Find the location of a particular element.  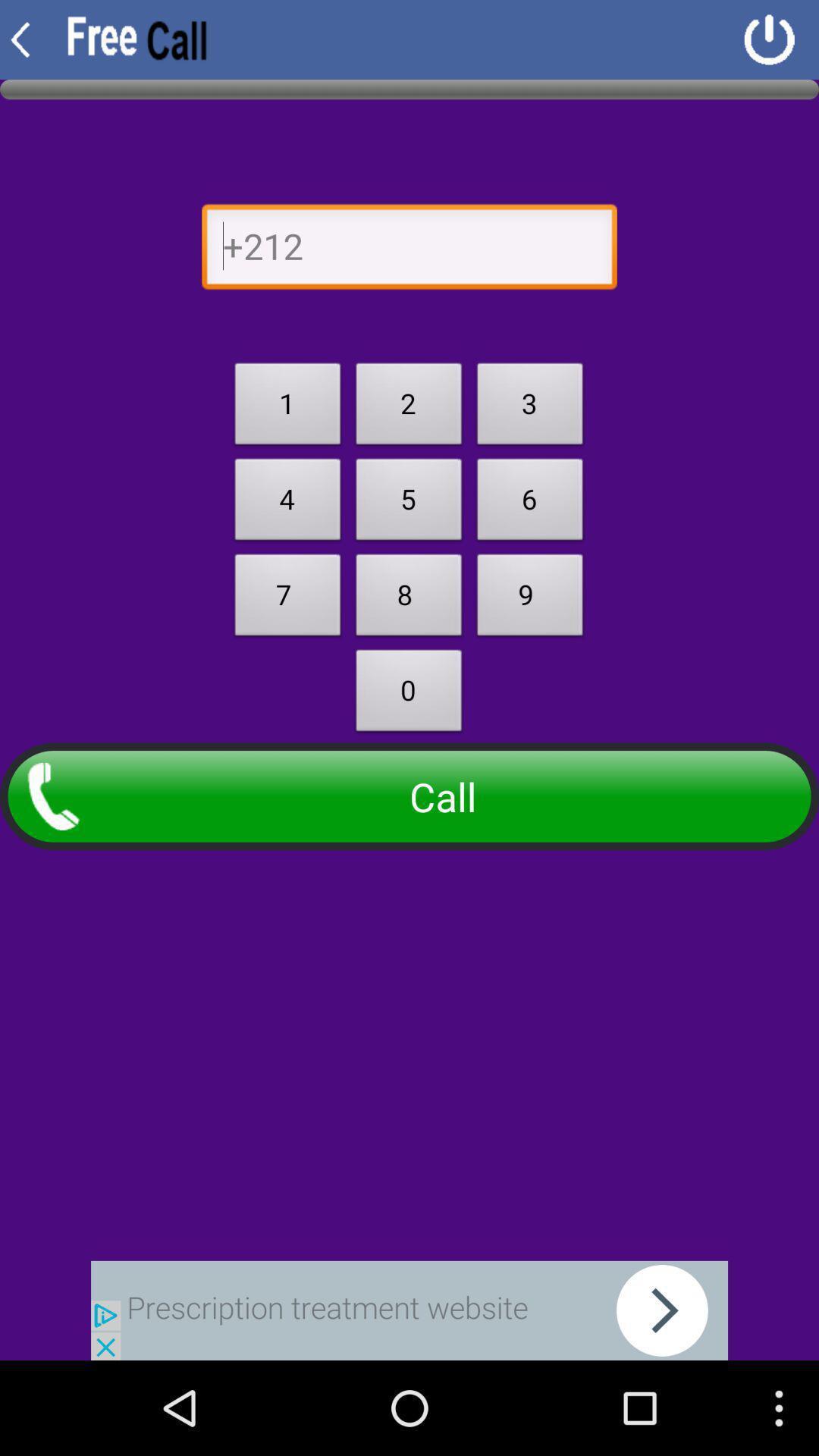

shut down app is located at coordinates (769, 39).